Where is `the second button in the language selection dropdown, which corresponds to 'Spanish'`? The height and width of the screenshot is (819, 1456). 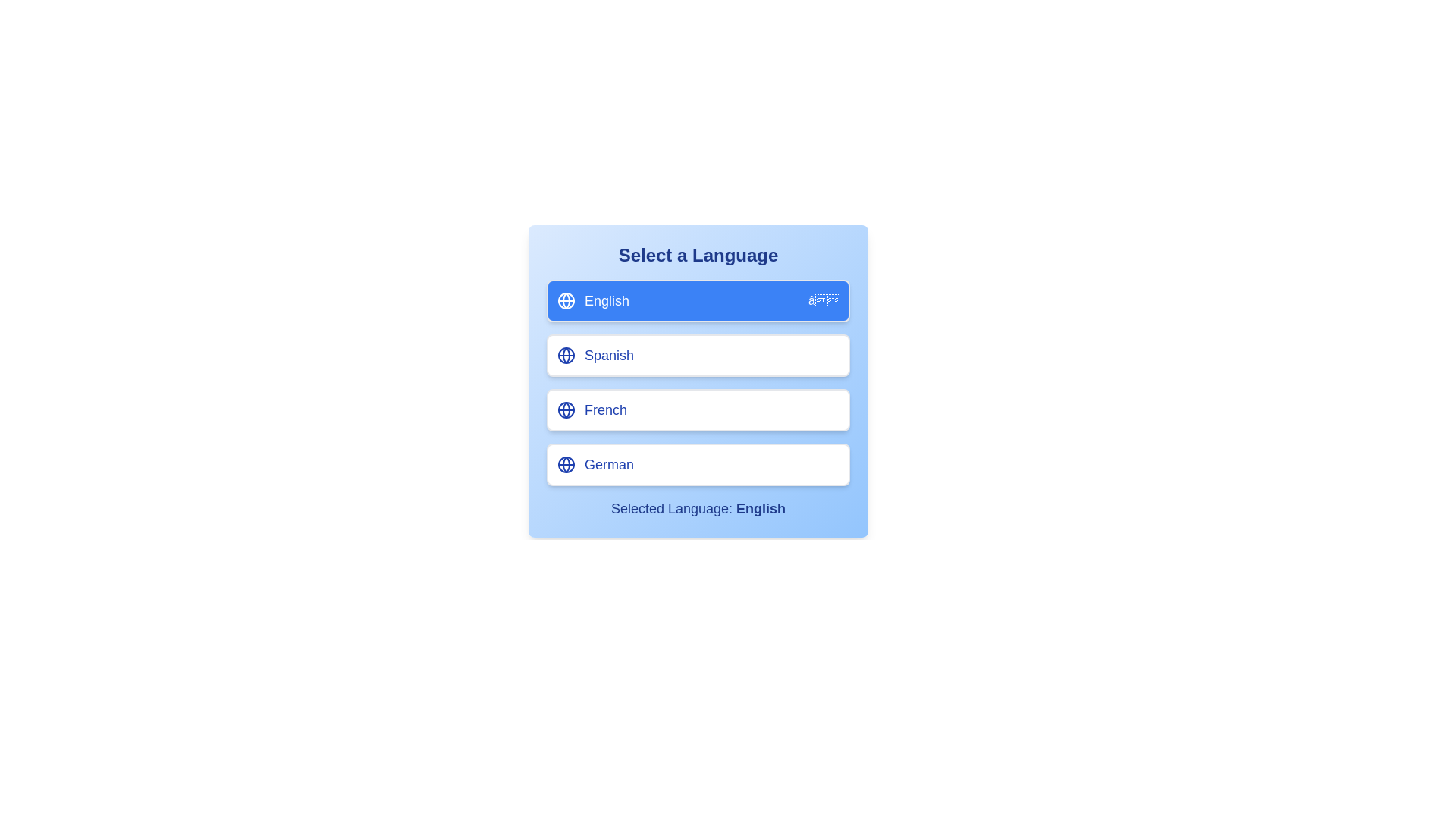 the second button in the language selection dropdown, which corresponds to 'Spanish' is located at coordinates (698, 380).